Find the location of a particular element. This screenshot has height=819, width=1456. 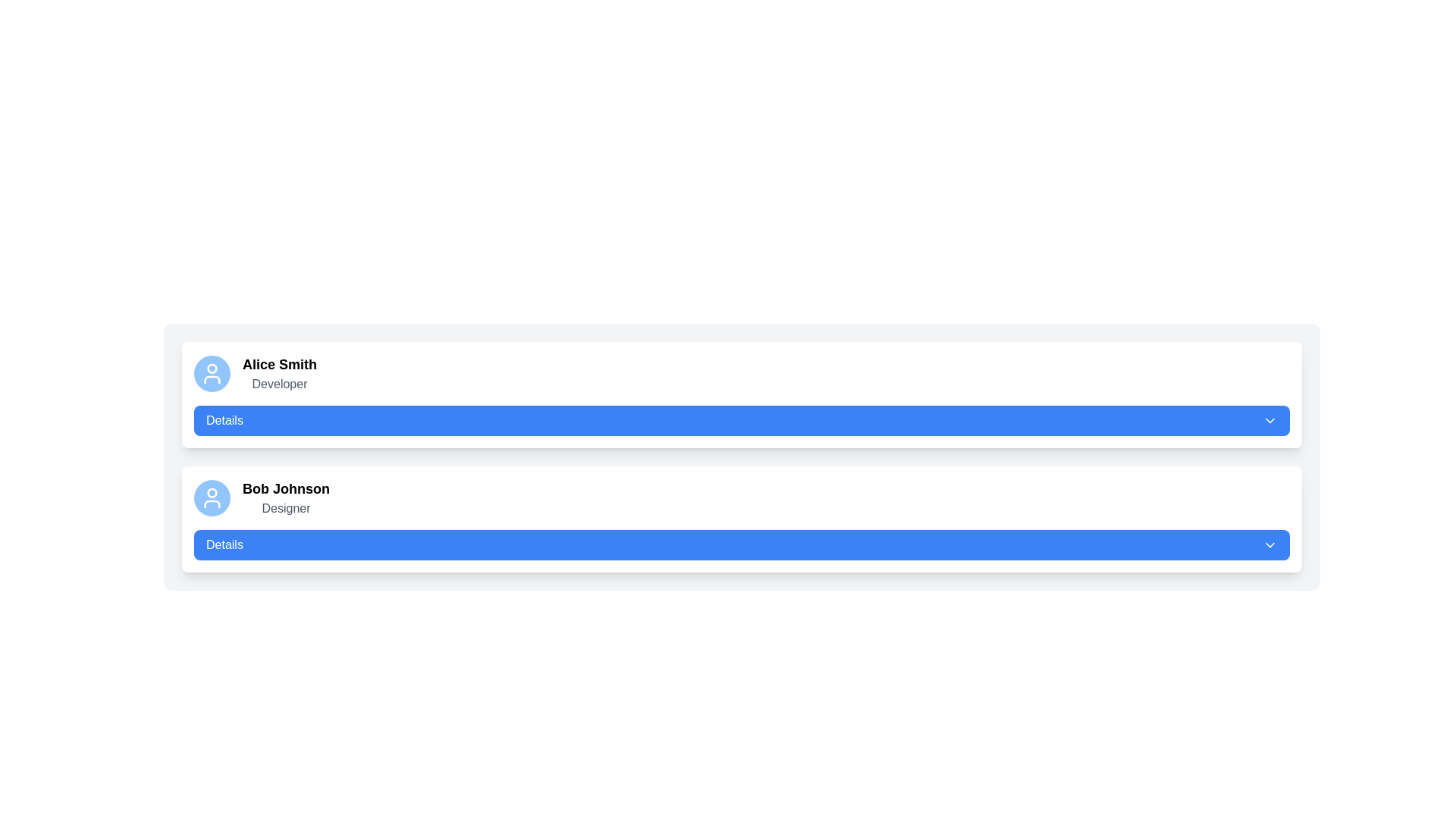

the lower portion of the user profile icon in the second user card, which is part of a structured card layout, located below the circular head shape is located at coordinates (211, 504).